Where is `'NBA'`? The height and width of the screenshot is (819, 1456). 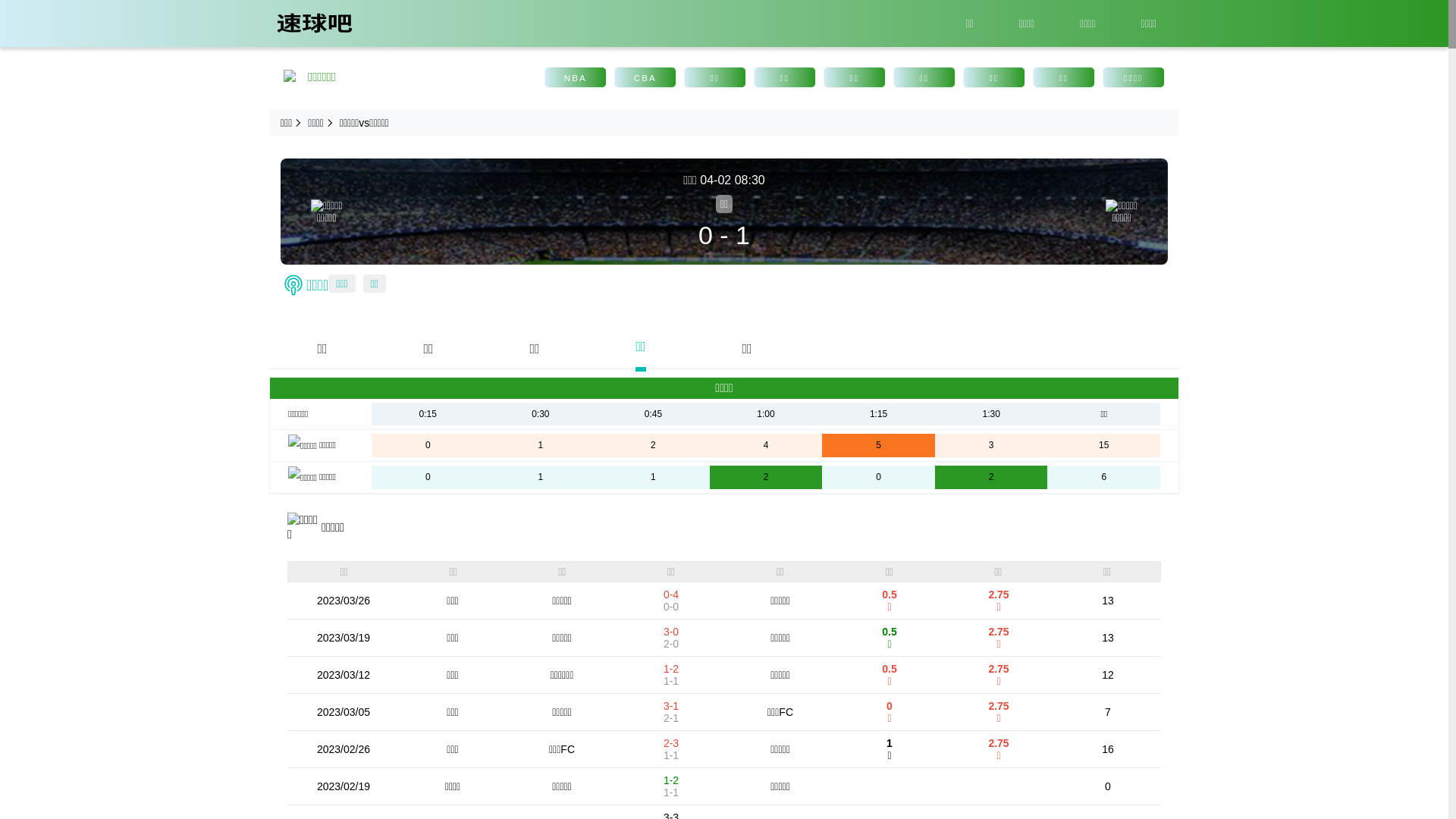 'NBA' is located at coordinates (574, 77).